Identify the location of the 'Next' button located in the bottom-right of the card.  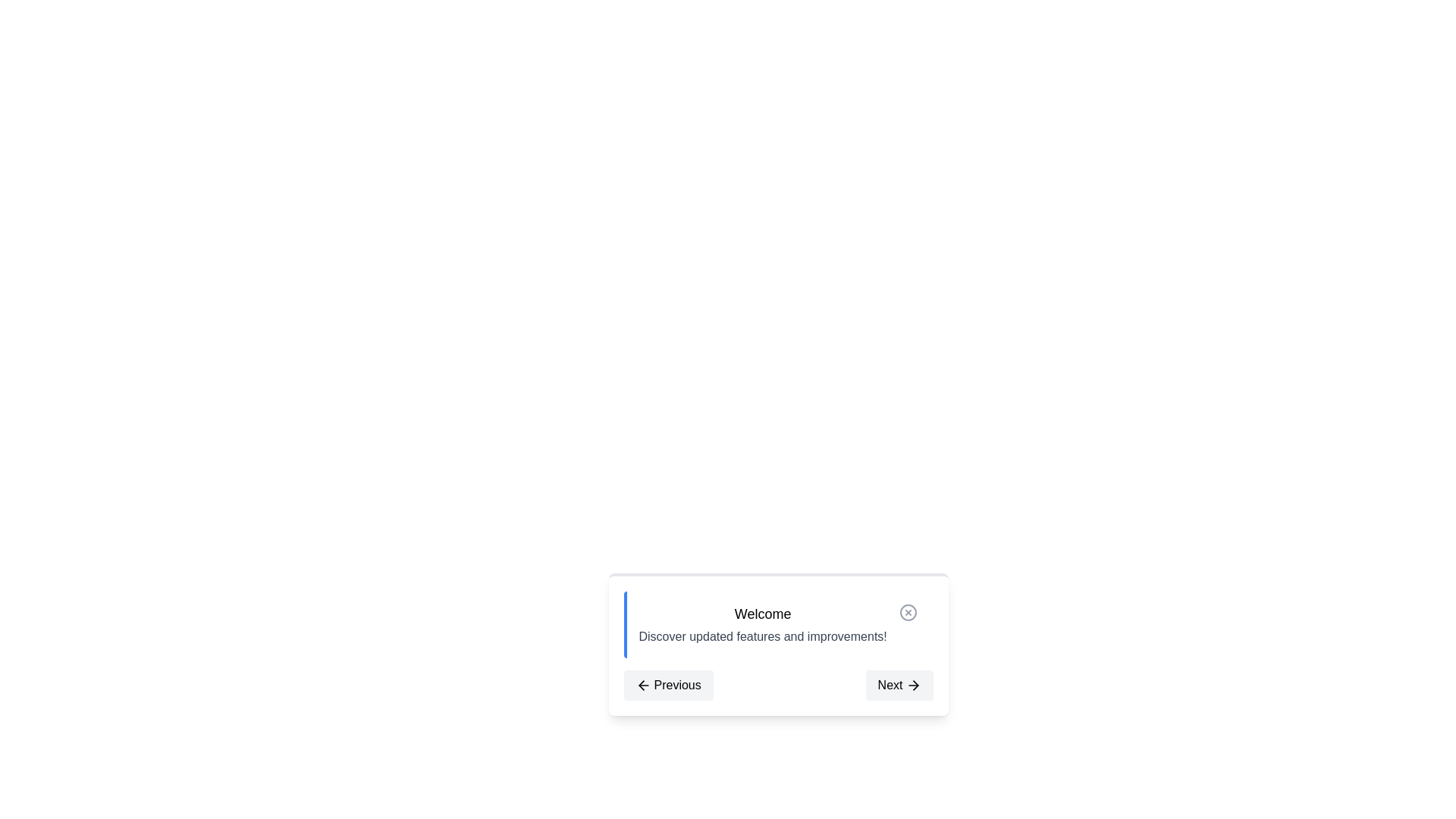
(899, 685).